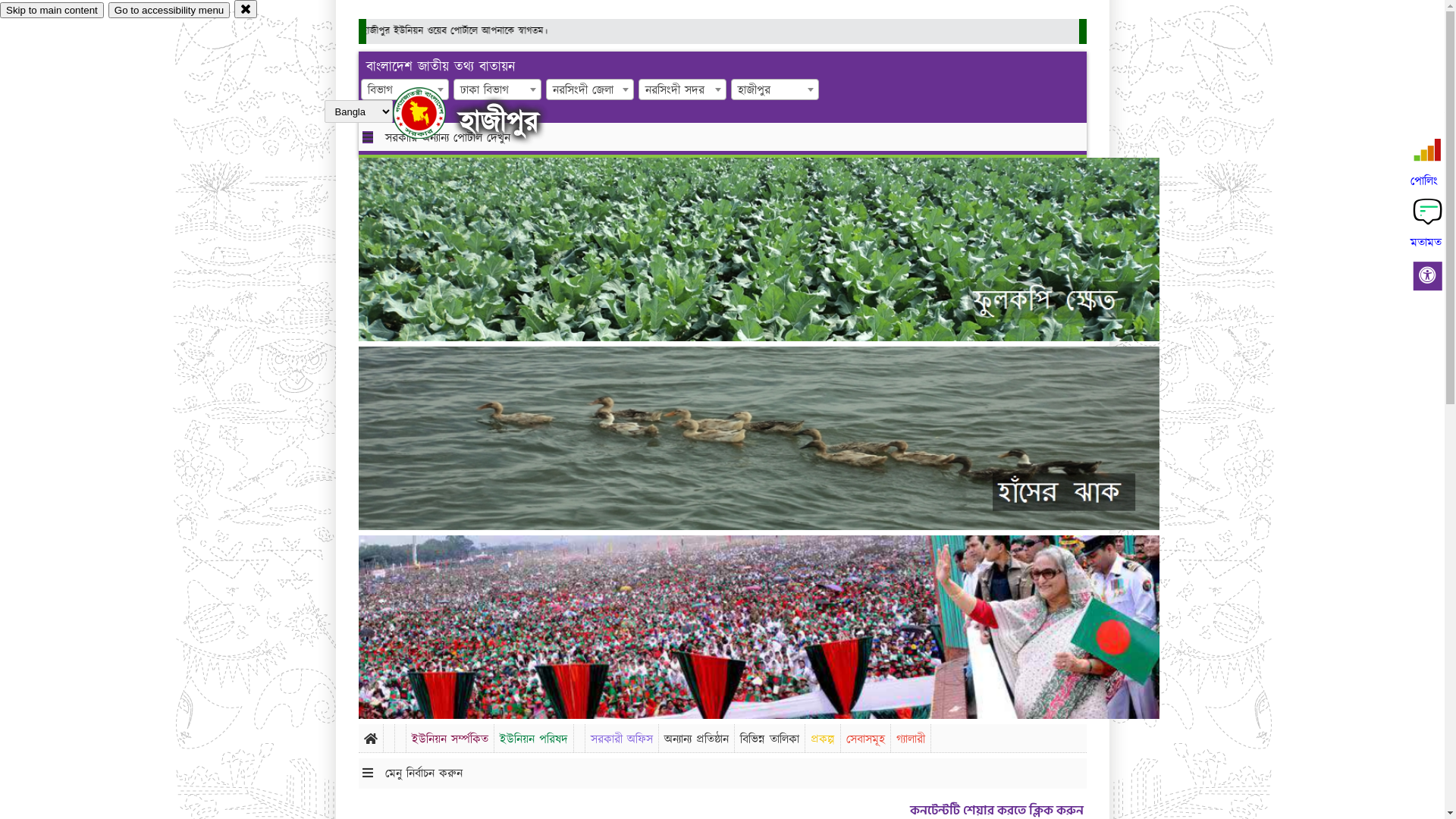 This screenshot has width=1456, height=819. What do you see at coordinates (0, 10) in the screenshot?
I see `'Skip to main content'` at bounding box center [0, 10].